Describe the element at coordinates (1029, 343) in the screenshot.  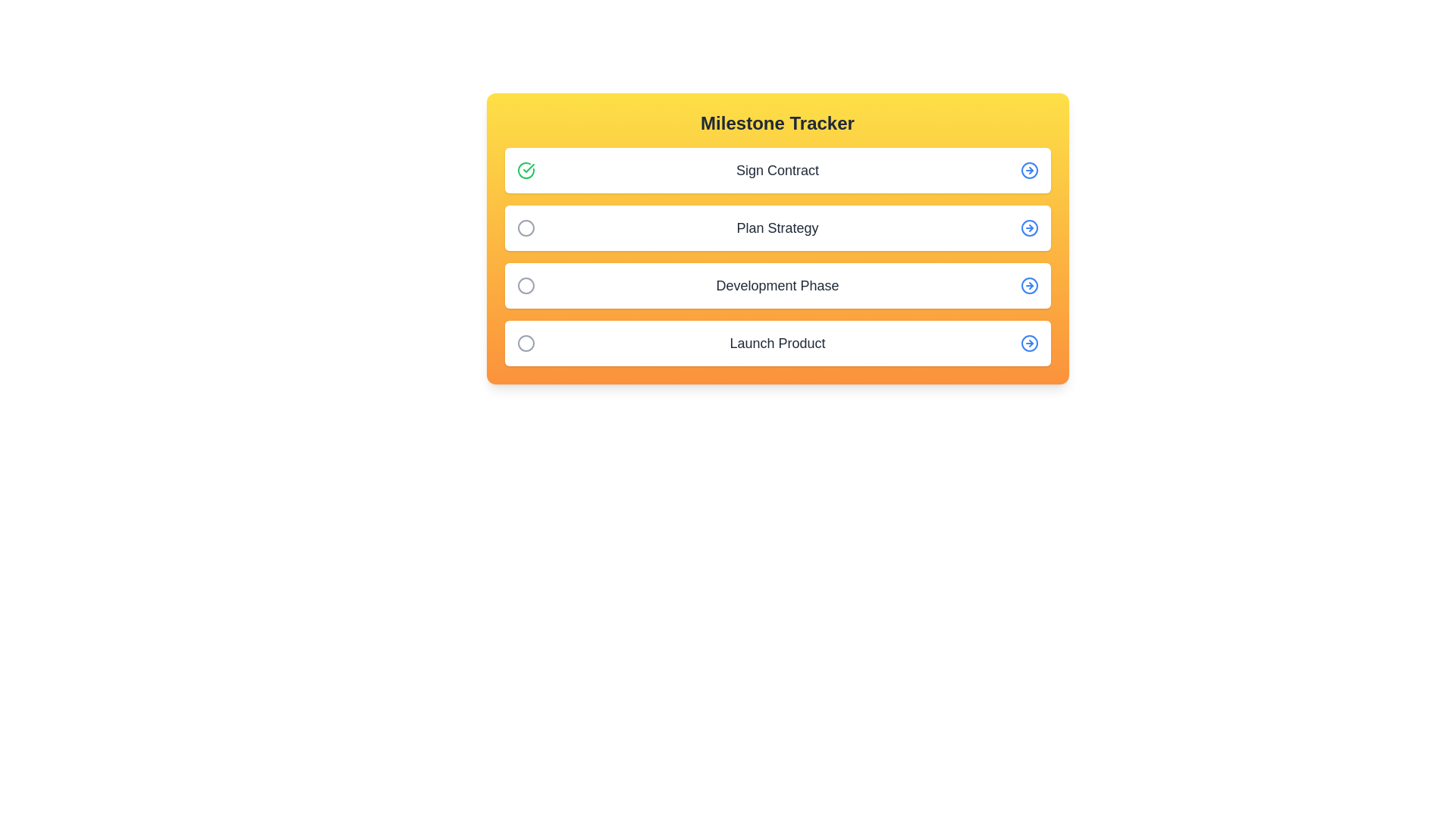
I see `the Circular navigation icon with arrow located at the right end of the row labeled 'Launch Product'` at that location.